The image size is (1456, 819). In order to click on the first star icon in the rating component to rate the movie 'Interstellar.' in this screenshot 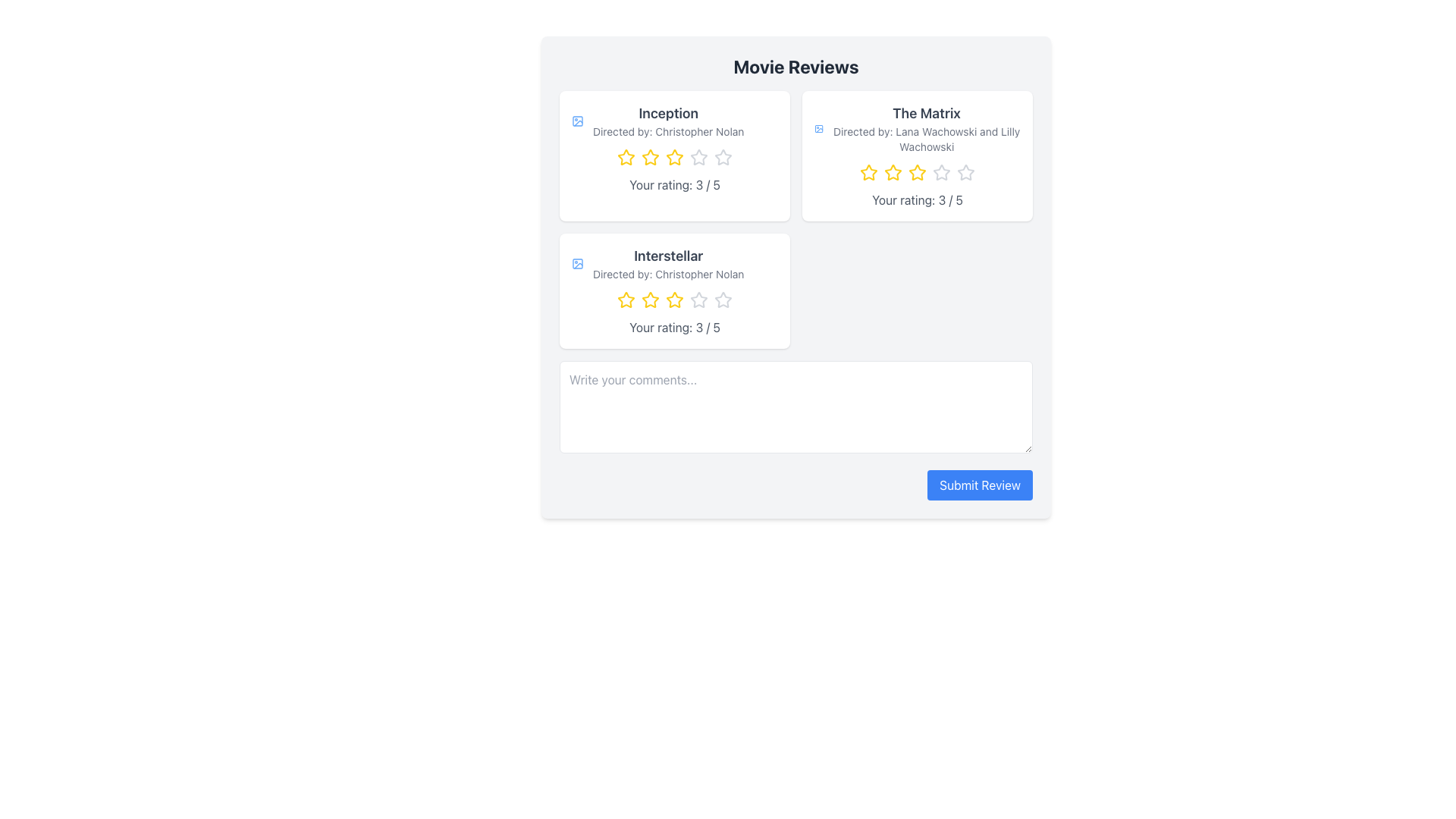, I will do `click(626, 300)`.